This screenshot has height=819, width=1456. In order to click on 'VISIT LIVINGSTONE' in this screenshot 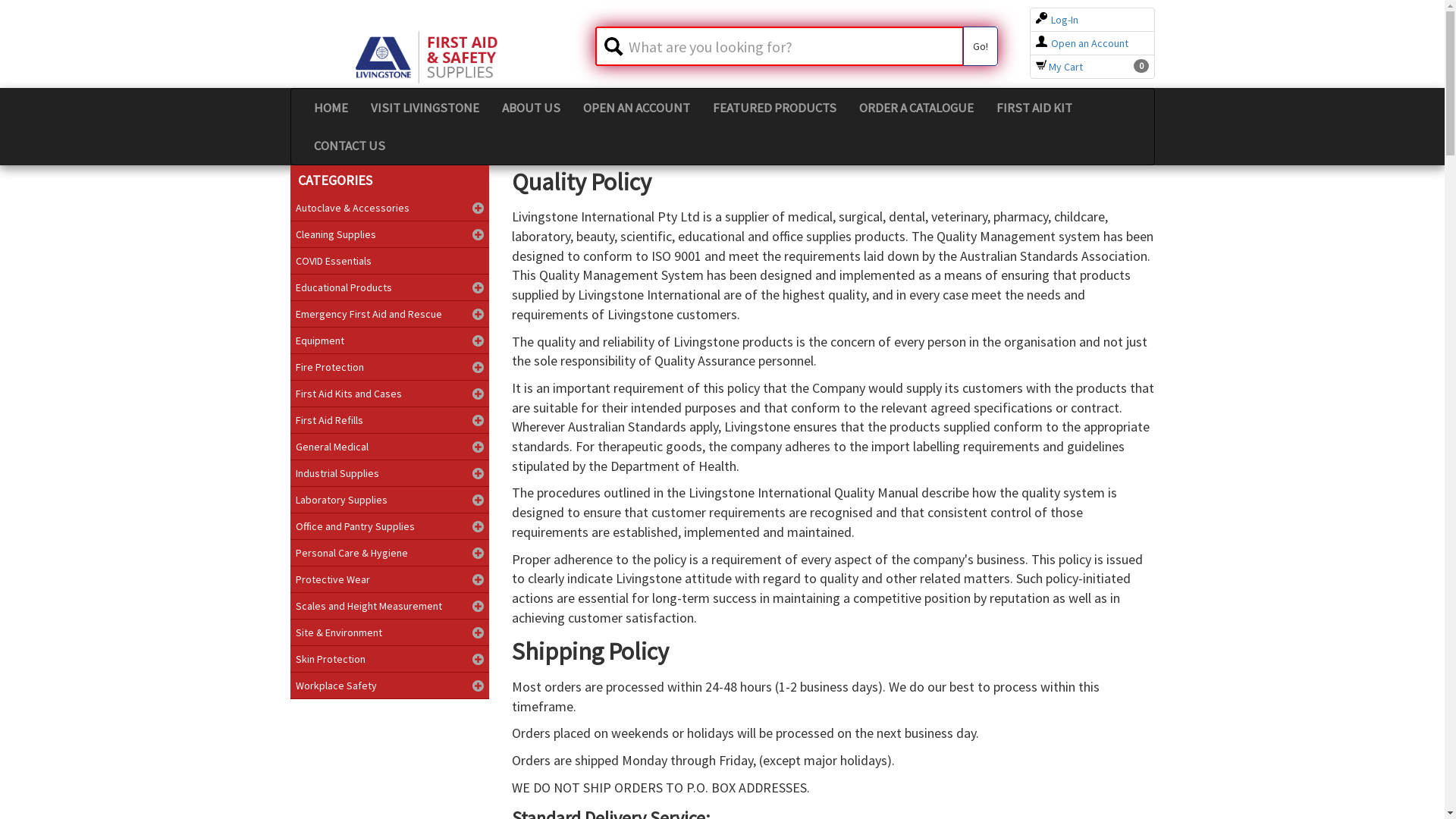, I will do `click(425, 107)`.